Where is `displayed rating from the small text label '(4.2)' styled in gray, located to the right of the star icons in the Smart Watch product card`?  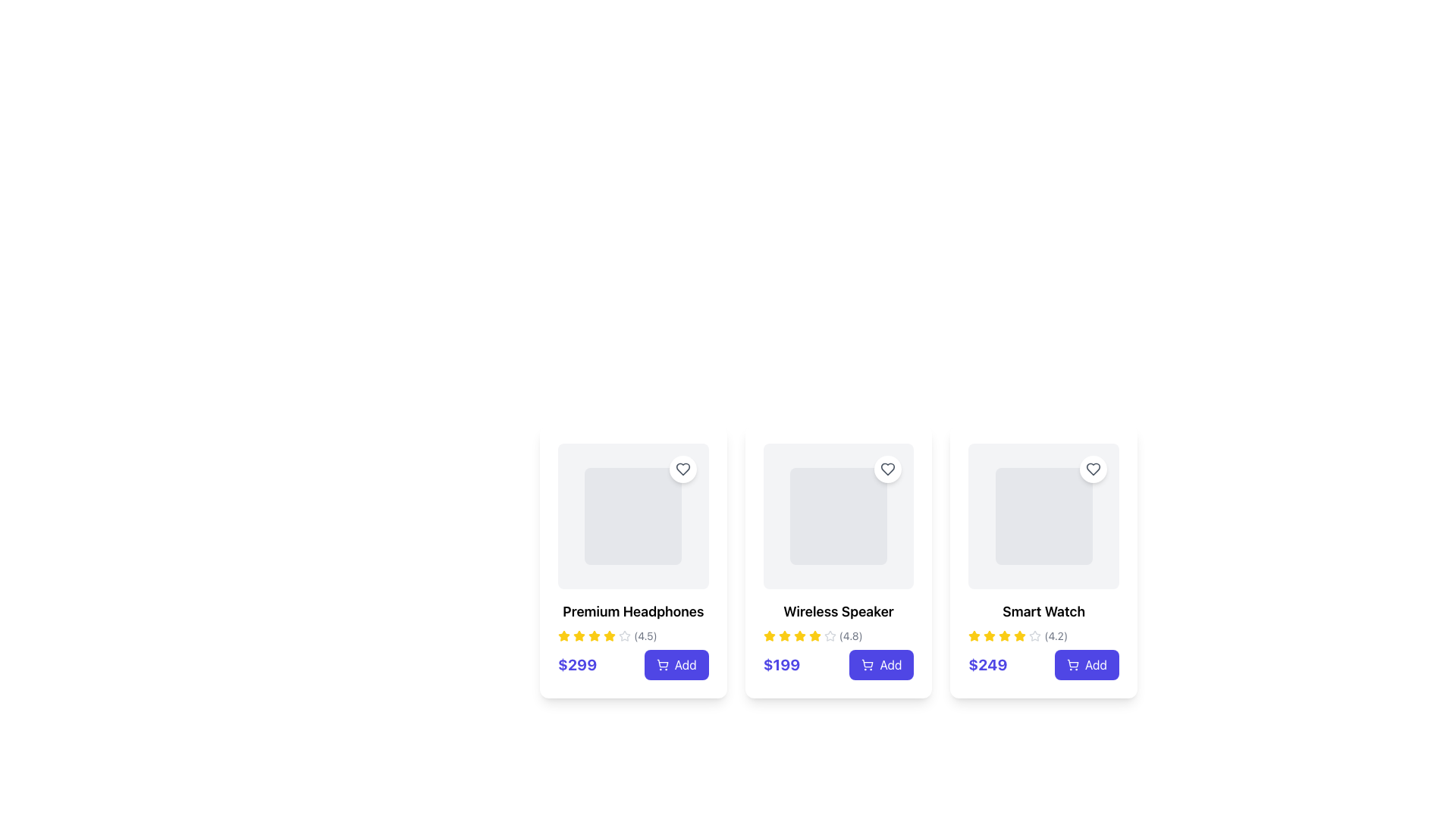 displayed rating from the small text label '(4.2)' styled in gray, located to the right of the star icons in the Smart Watch product card is located at coordinates (1055, 636).